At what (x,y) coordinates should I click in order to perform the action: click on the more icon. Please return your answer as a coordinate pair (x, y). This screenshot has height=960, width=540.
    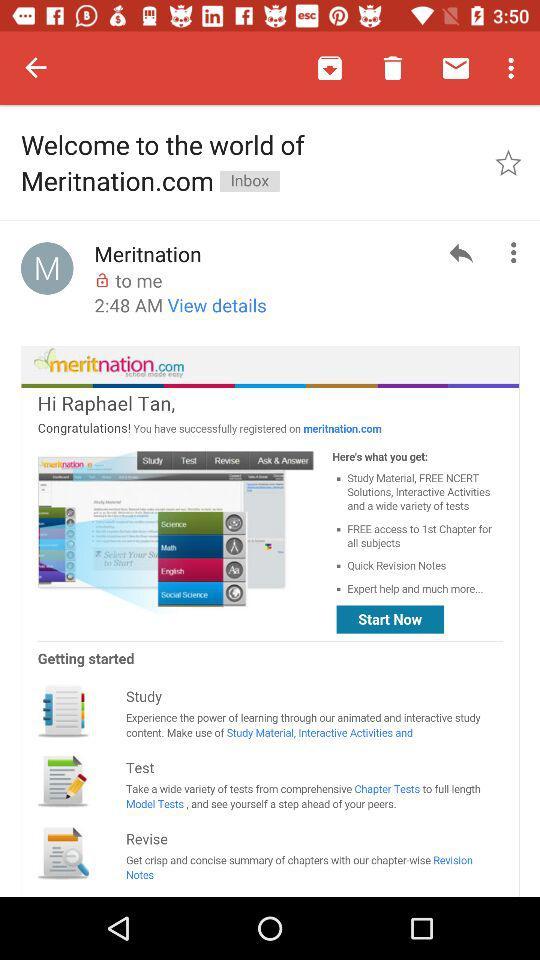
    Looking at the image, I should click on (516, 251).